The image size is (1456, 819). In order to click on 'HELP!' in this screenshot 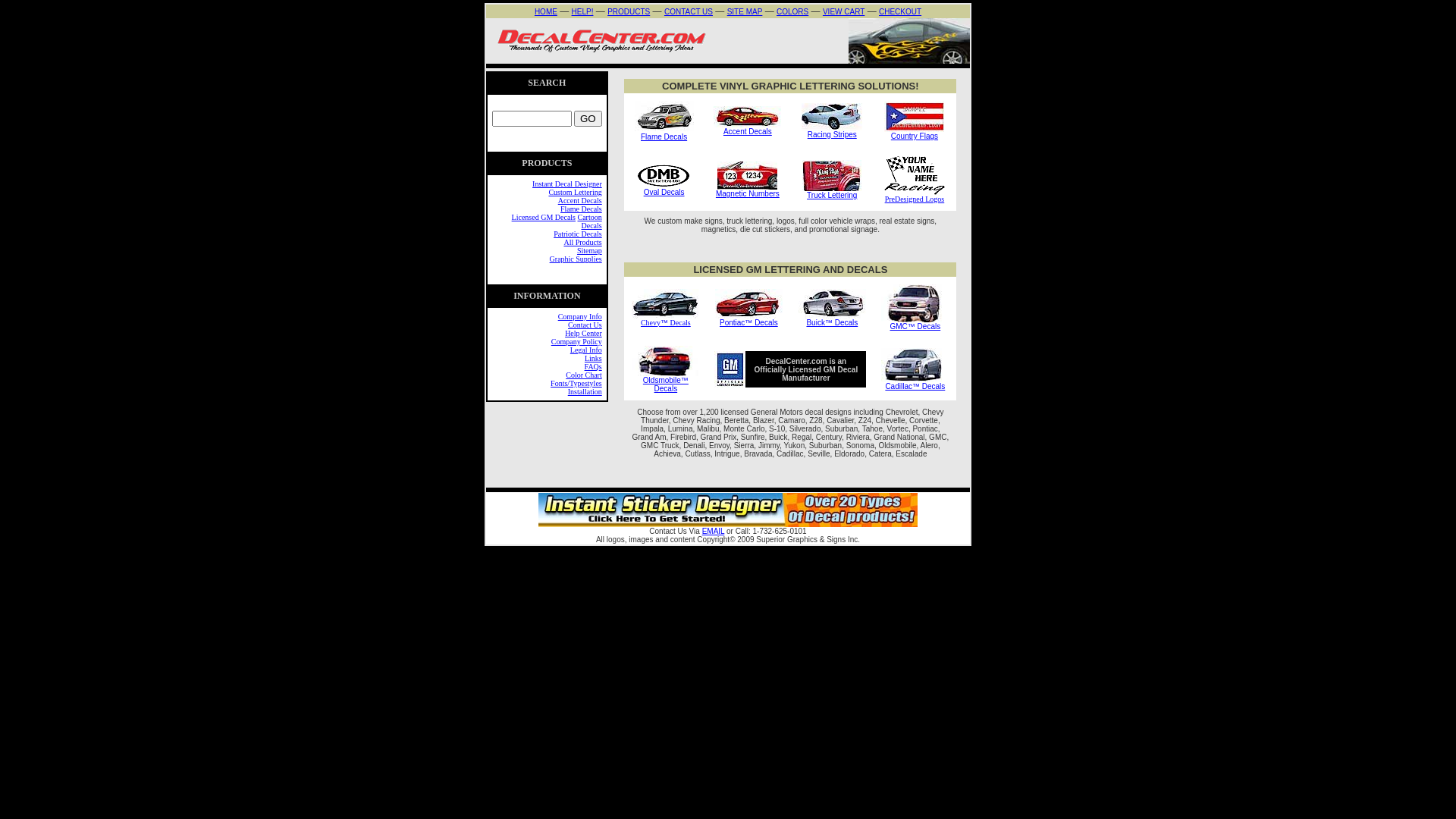, I will do `click(570, 11)`.